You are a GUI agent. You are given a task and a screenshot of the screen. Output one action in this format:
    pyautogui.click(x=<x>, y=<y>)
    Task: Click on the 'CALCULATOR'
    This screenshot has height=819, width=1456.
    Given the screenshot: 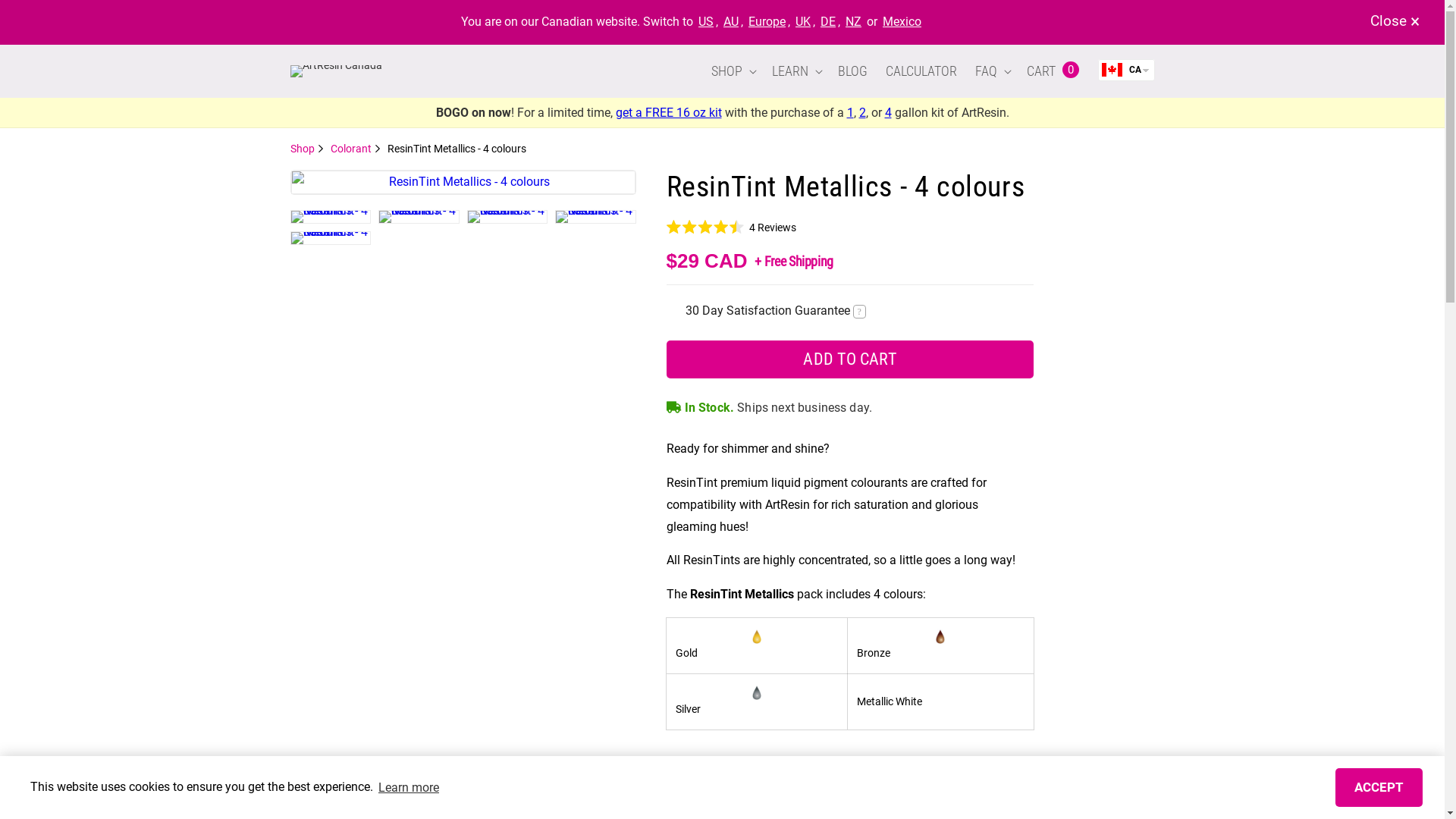 What is the action you would take?
    pyautogui.click(x=920, y=71)
    